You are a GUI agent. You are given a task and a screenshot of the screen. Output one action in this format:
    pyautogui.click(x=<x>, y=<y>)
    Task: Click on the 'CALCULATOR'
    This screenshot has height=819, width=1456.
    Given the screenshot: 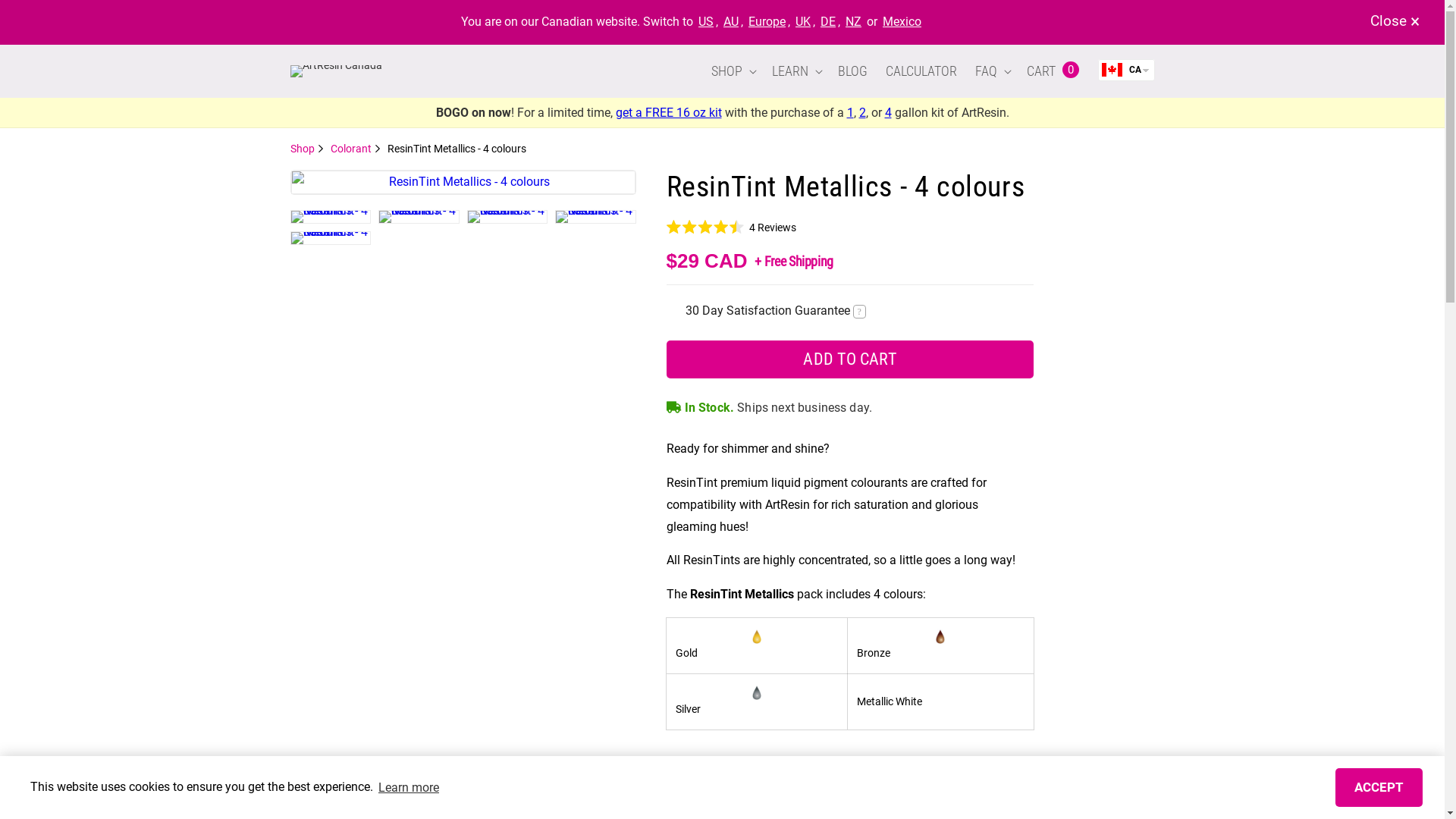 What is the action you would take?
    pyautogui.click(x=920, y=71)
    